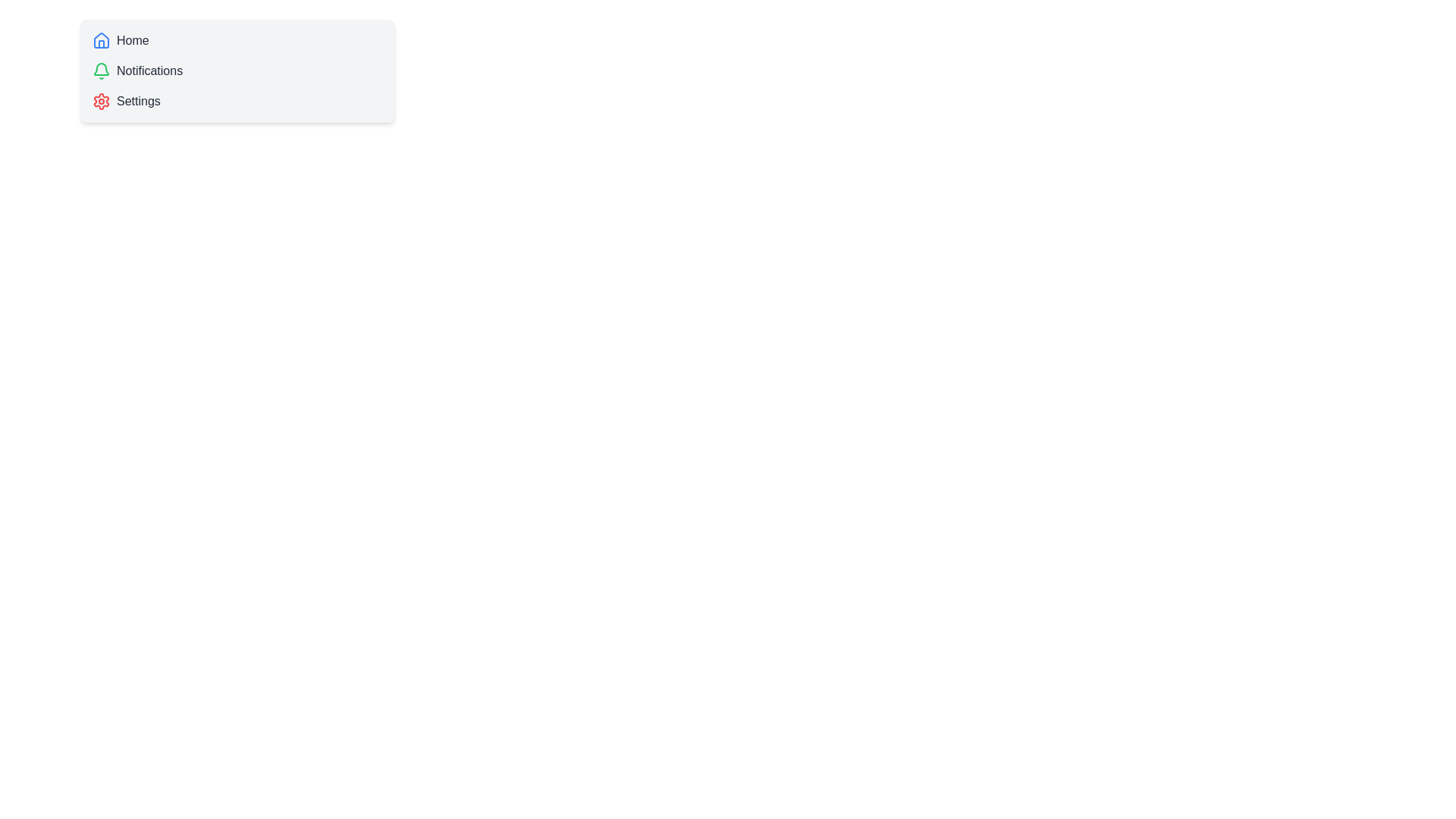  What do you see at coordinates (237, 102) in the screenshot?
I see `the third clickable list item labeled 'Settings' with a red settings icon` at bounding box center [237, 102].